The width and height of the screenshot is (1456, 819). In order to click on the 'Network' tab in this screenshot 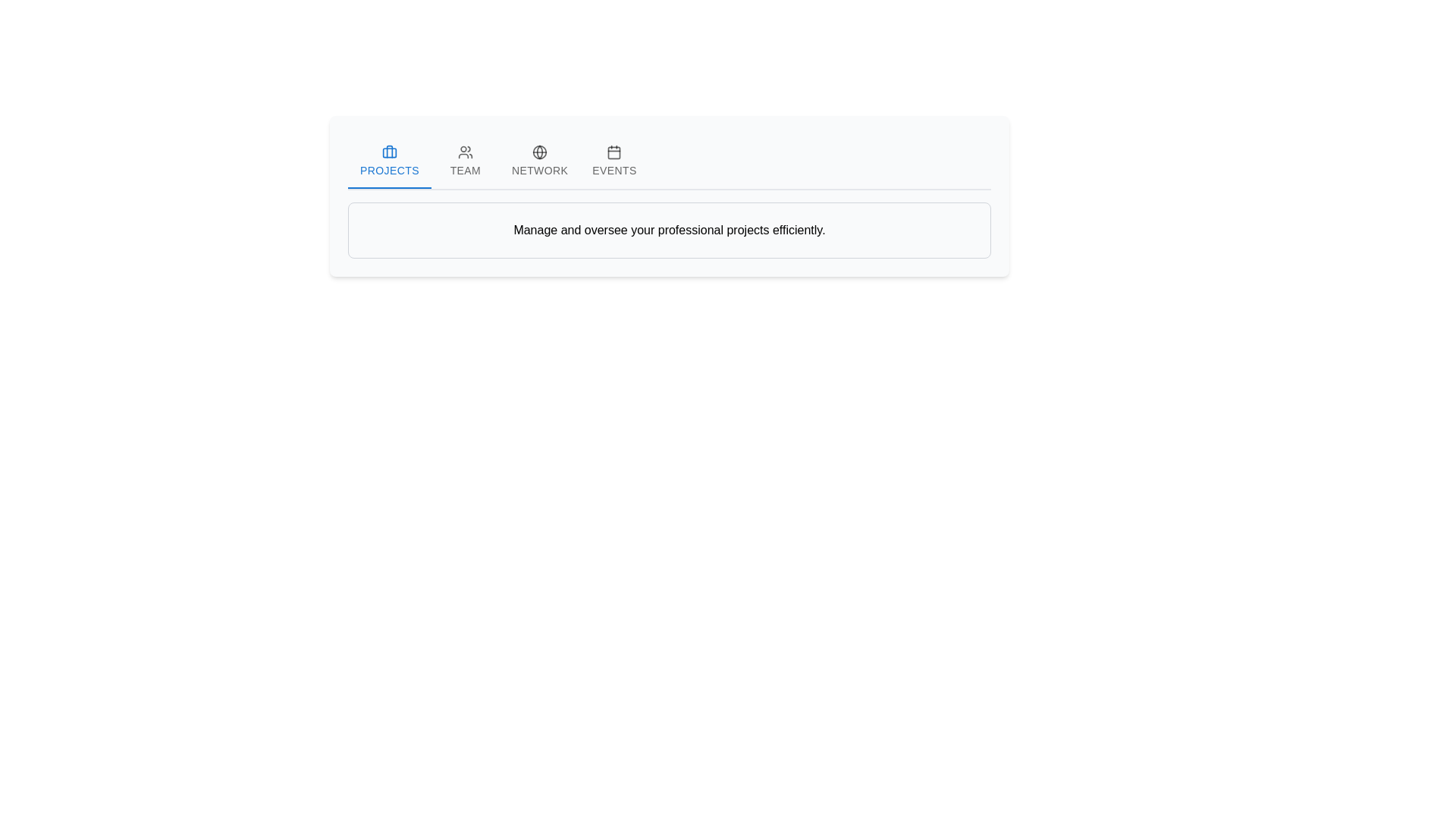, I will do `click(539, 161)`.